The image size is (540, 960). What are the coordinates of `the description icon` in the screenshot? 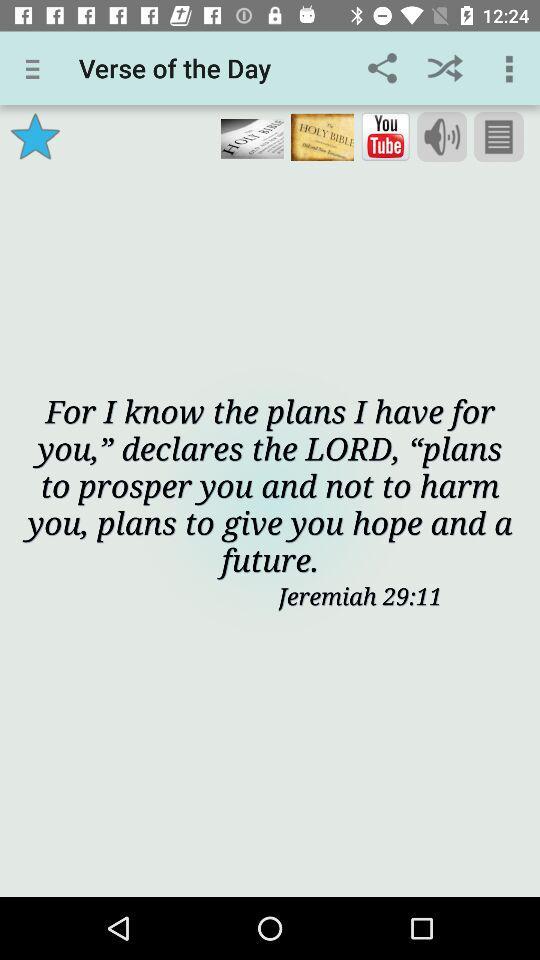 It's located at (497, 136).